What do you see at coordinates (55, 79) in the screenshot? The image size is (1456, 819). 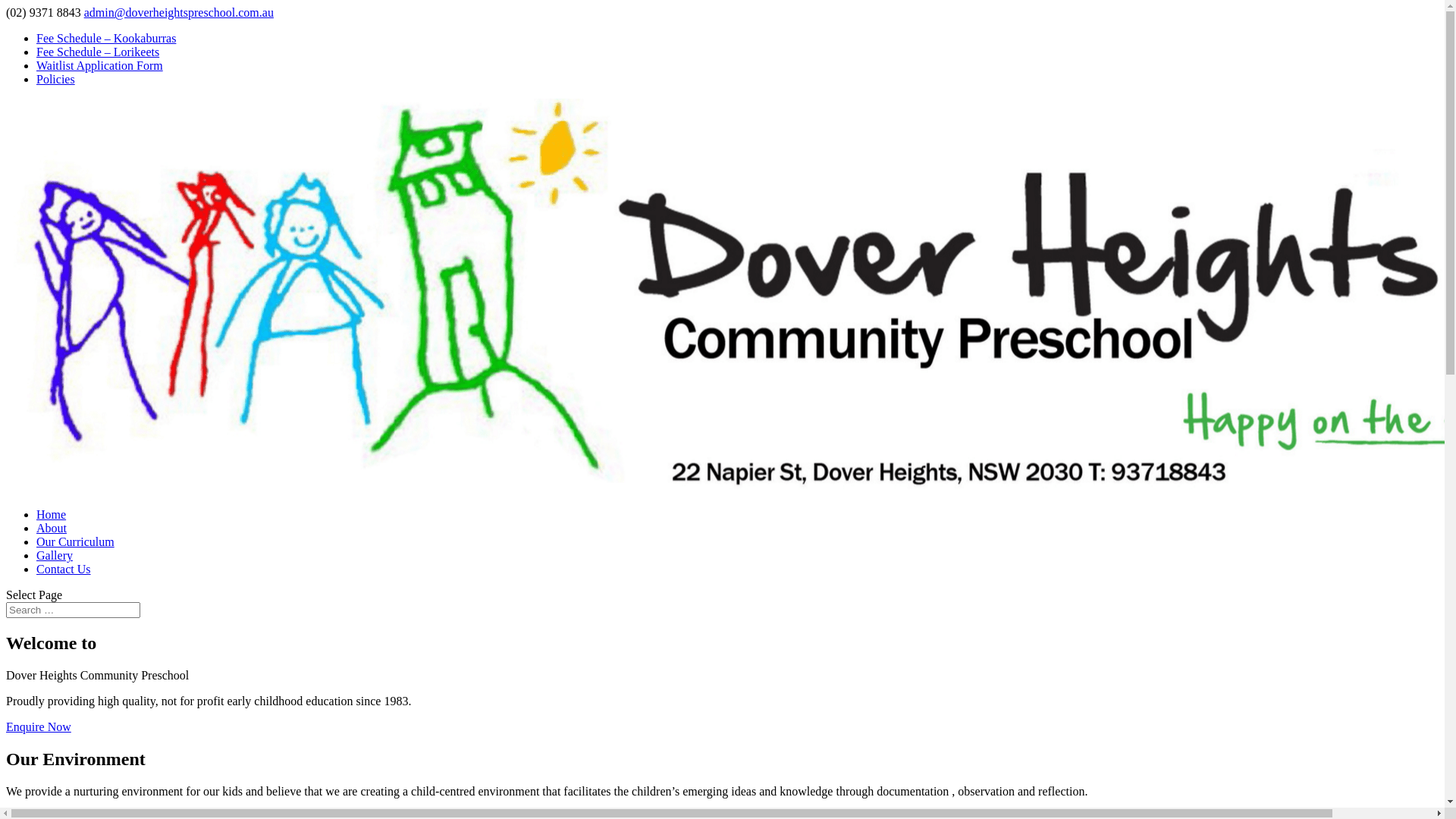 I see `'Policies'` at bounding box center [55, 79].